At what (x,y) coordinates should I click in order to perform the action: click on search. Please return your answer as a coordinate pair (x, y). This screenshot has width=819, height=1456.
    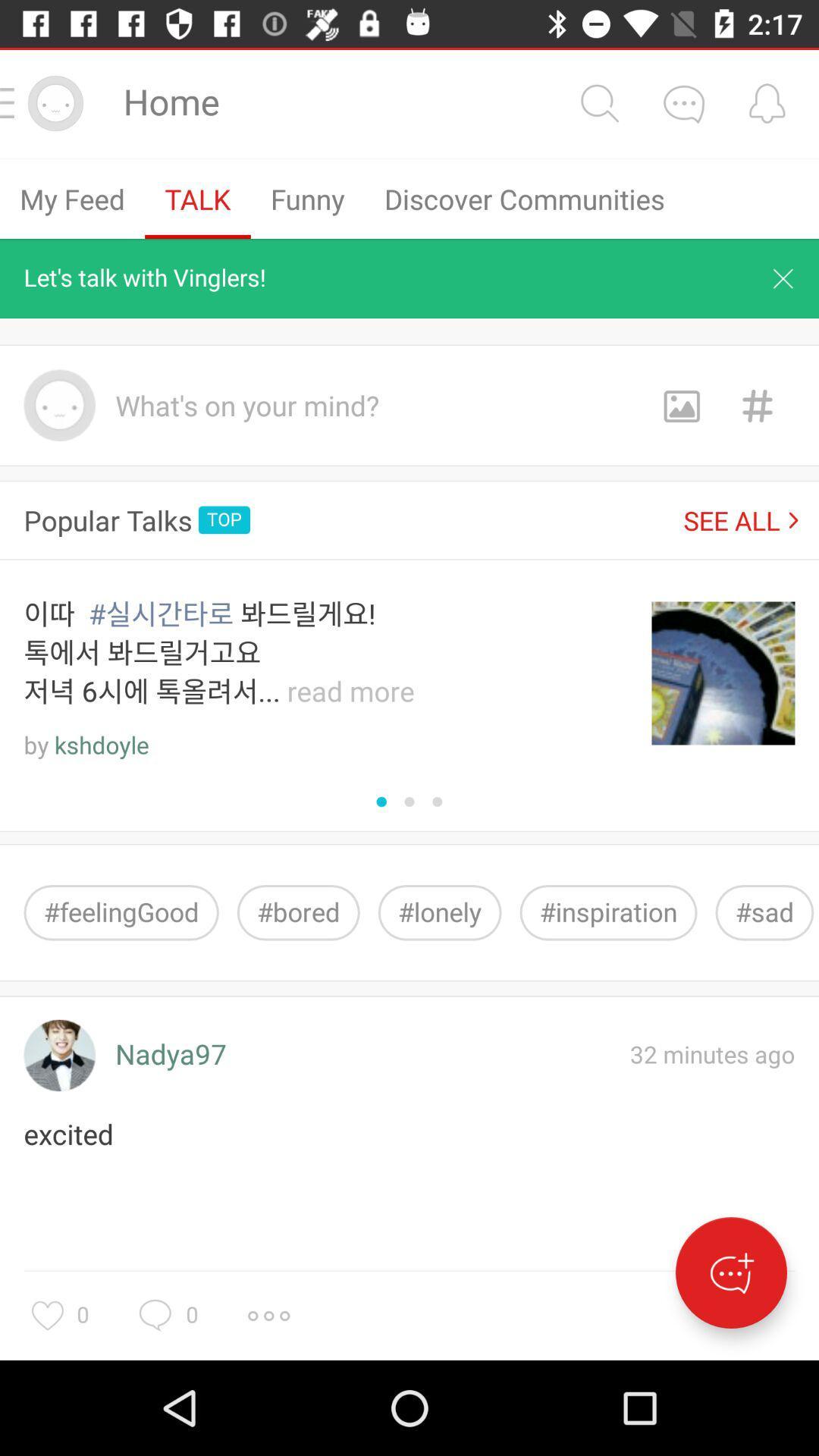
    Looking at the image, I should click on (598, 102).